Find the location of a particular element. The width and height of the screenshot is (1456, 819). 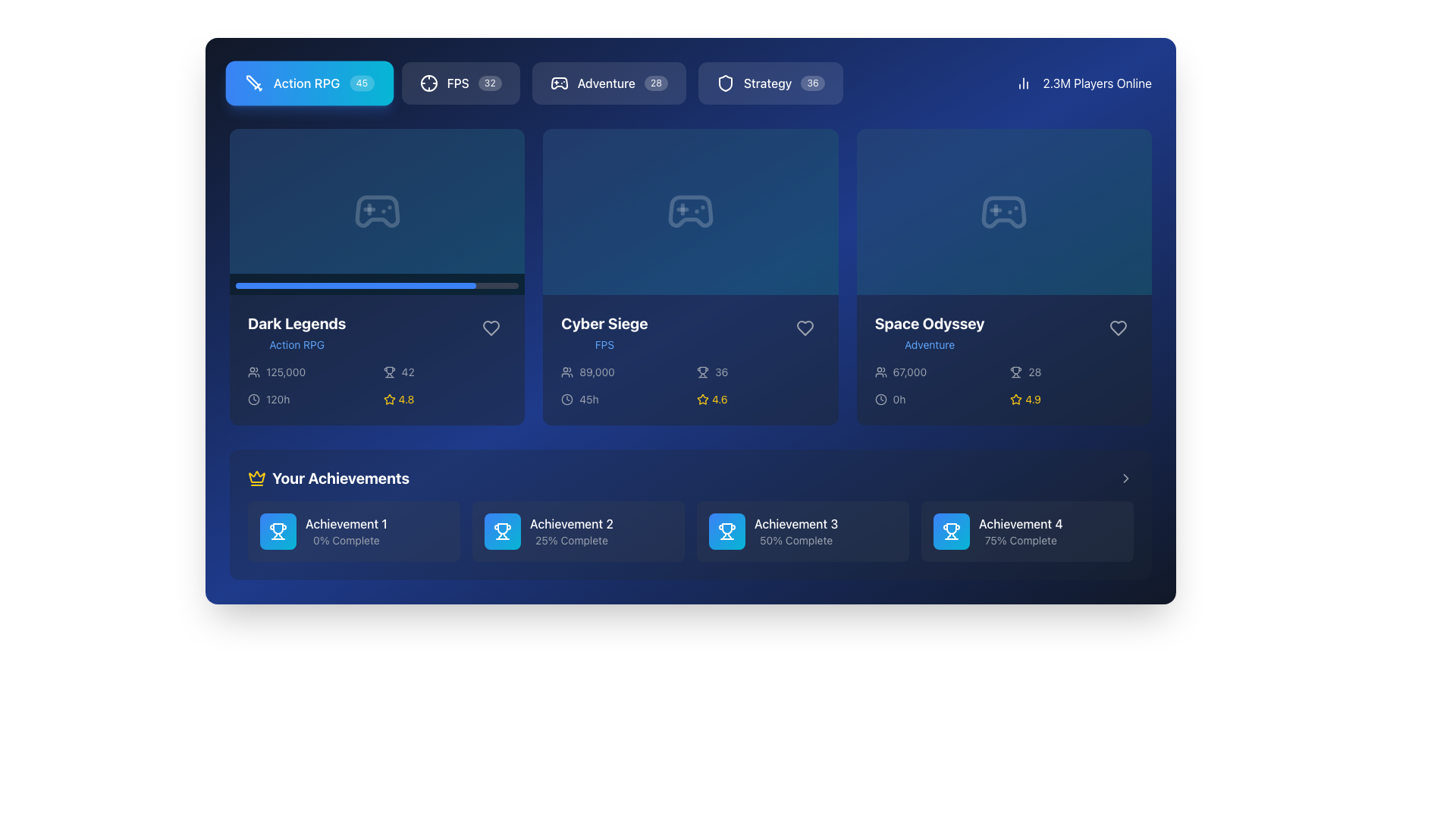

the information displayed in the 'Achievement 2' text element with a dark blue background, which shows '25% Complete' below it is located at coordinates (578, 531).